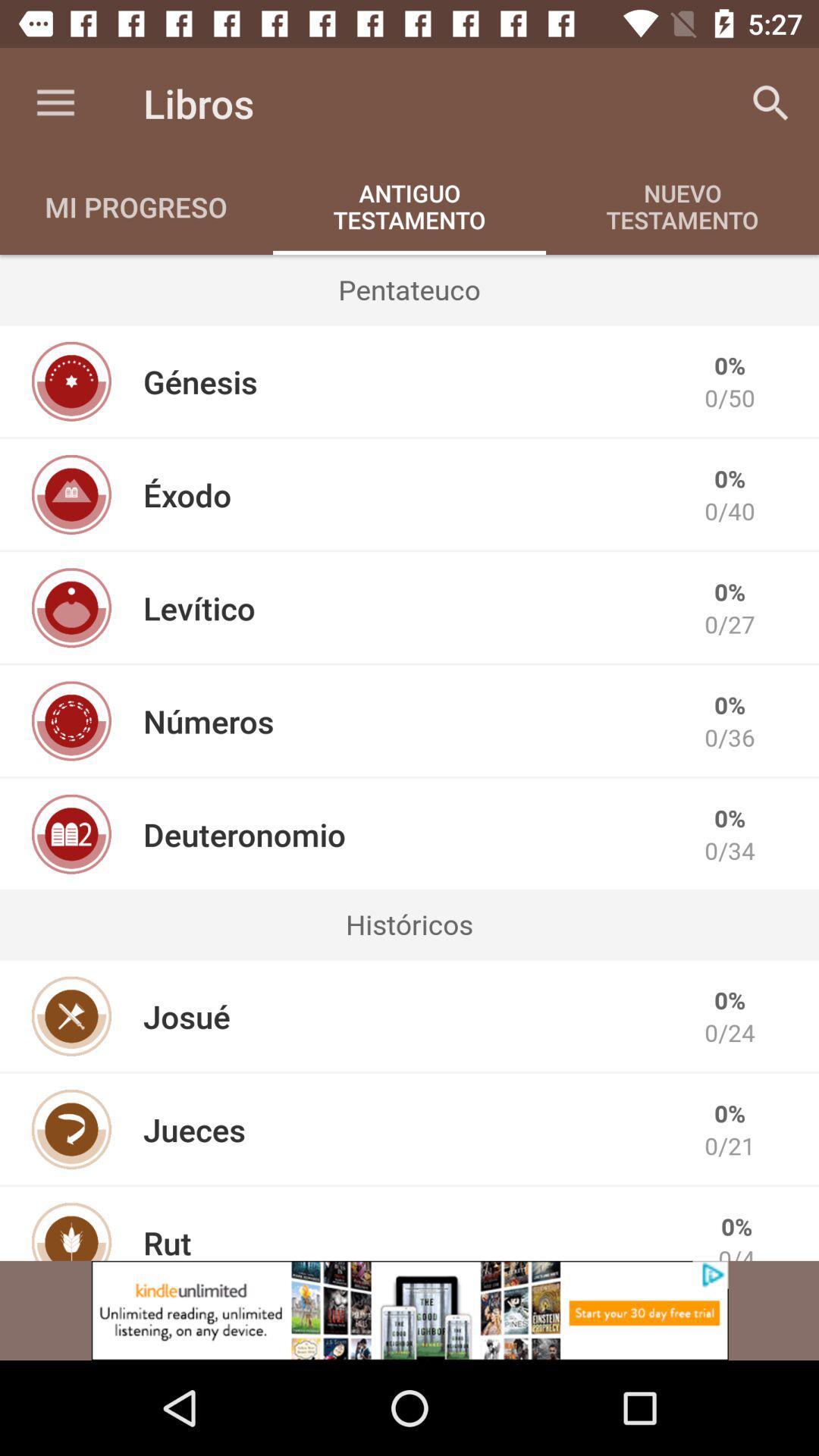  What do you see at coordinates (167, 1241) in the screenshot?
I see `icon to the left of the 0/4 icon` at bounding box center [167, 1241].